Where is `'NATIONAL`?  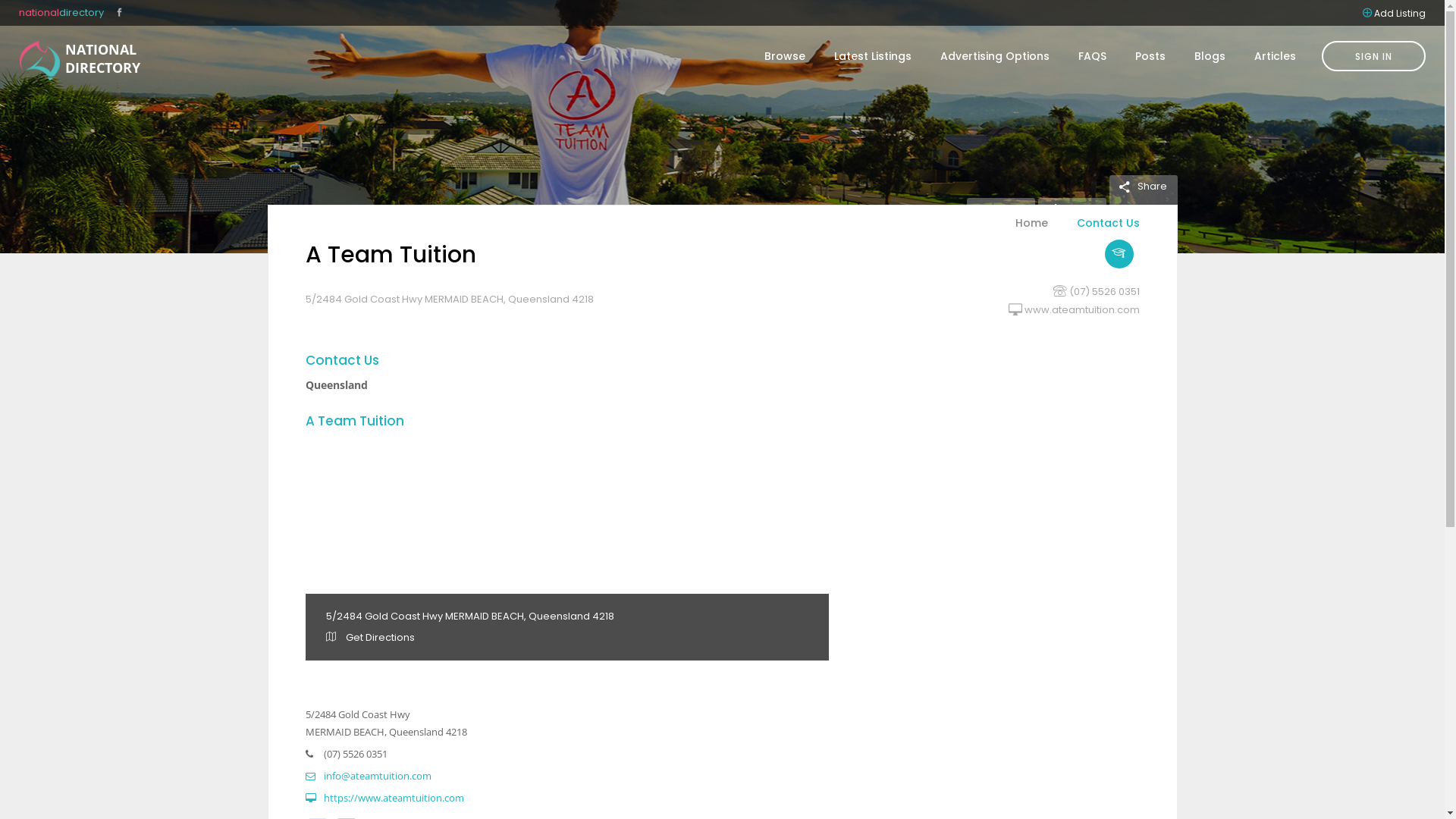 'NATIONAL is located at coordinates (39, 60).